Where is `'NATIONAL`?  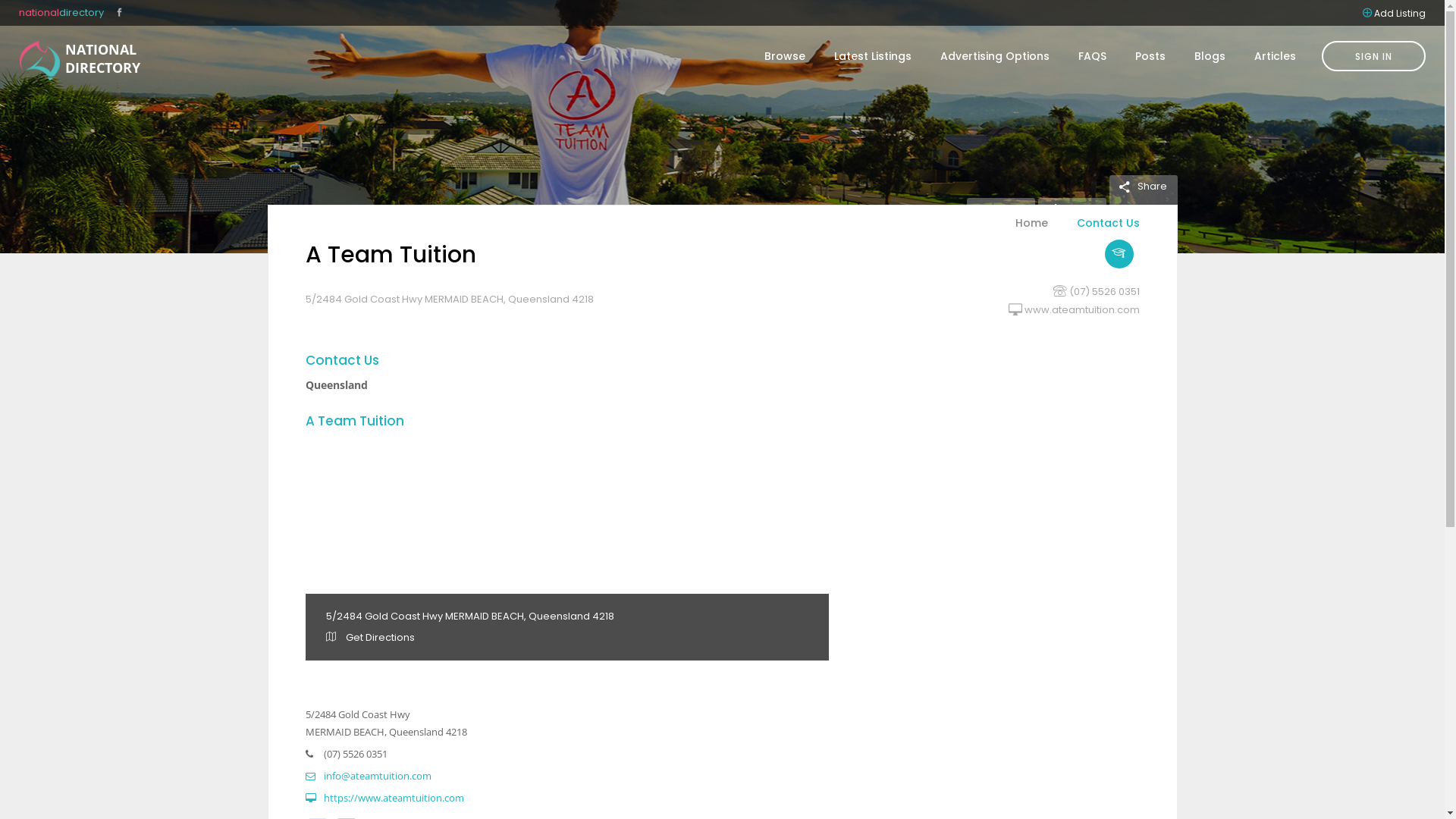 'NATIONAL is located at coordinates (39, 60).